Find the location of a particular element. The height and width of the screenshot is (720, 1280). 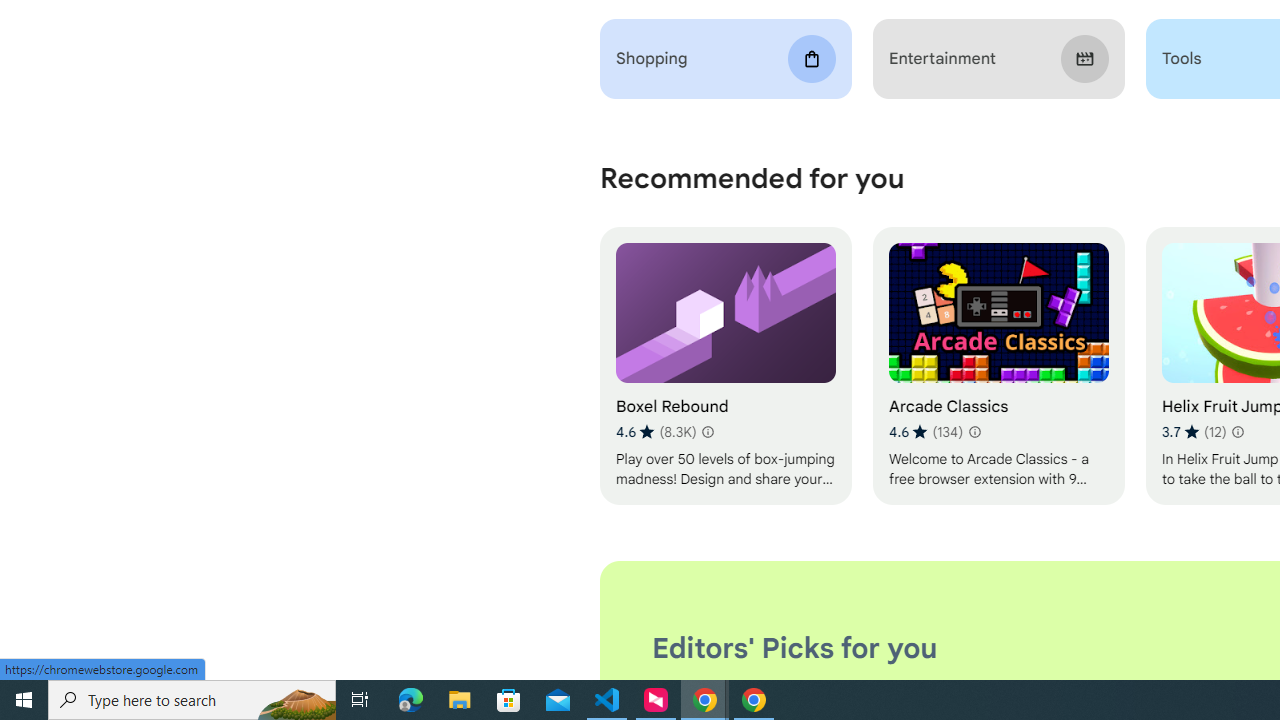

'Average rating 4.6 out of 5 stars. 8.3K ratings.' is located at coordinates (656, 431).